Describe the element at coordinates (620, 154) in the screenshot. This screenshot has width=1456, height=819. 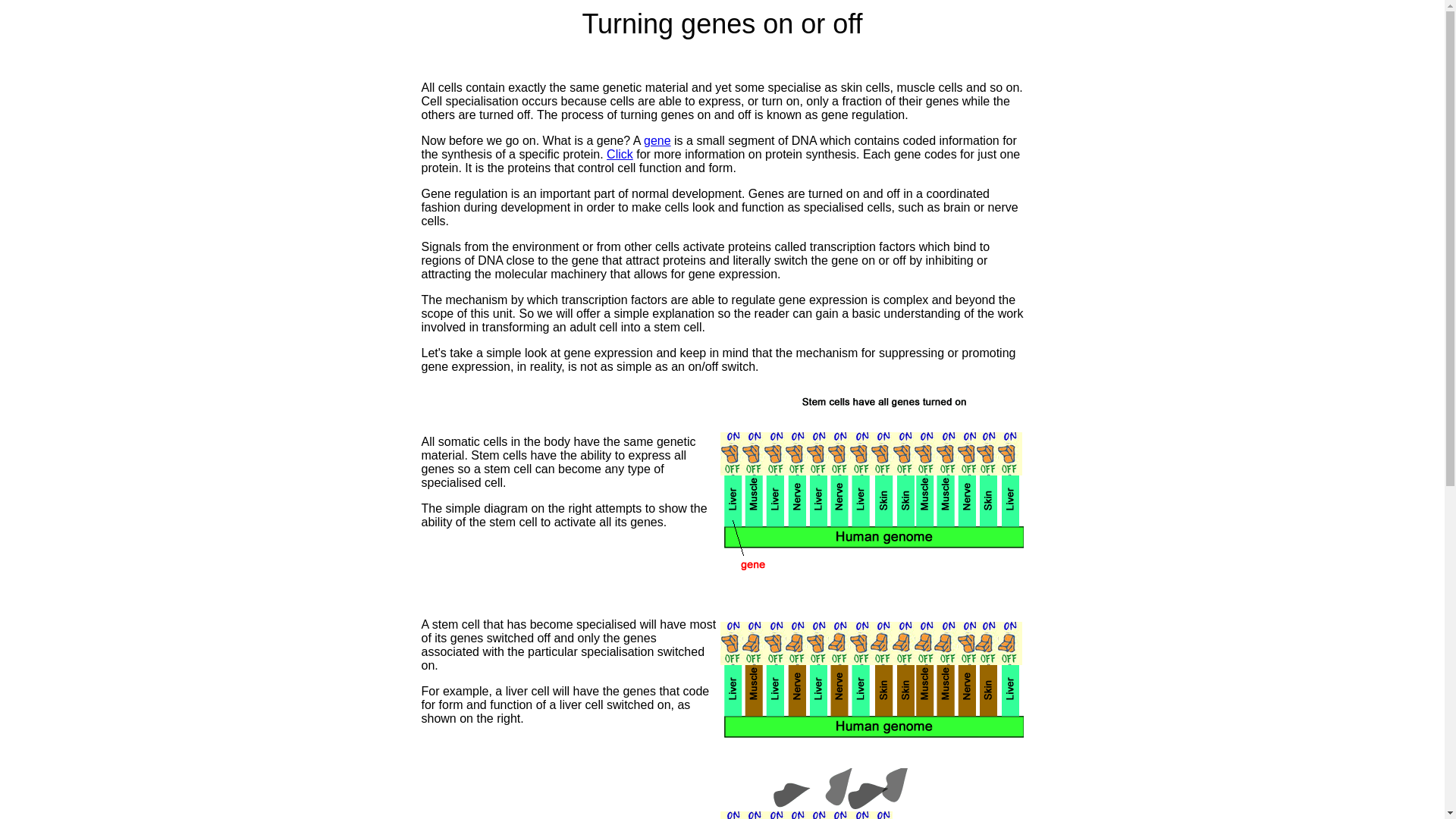
I see `'Click'` at that location.